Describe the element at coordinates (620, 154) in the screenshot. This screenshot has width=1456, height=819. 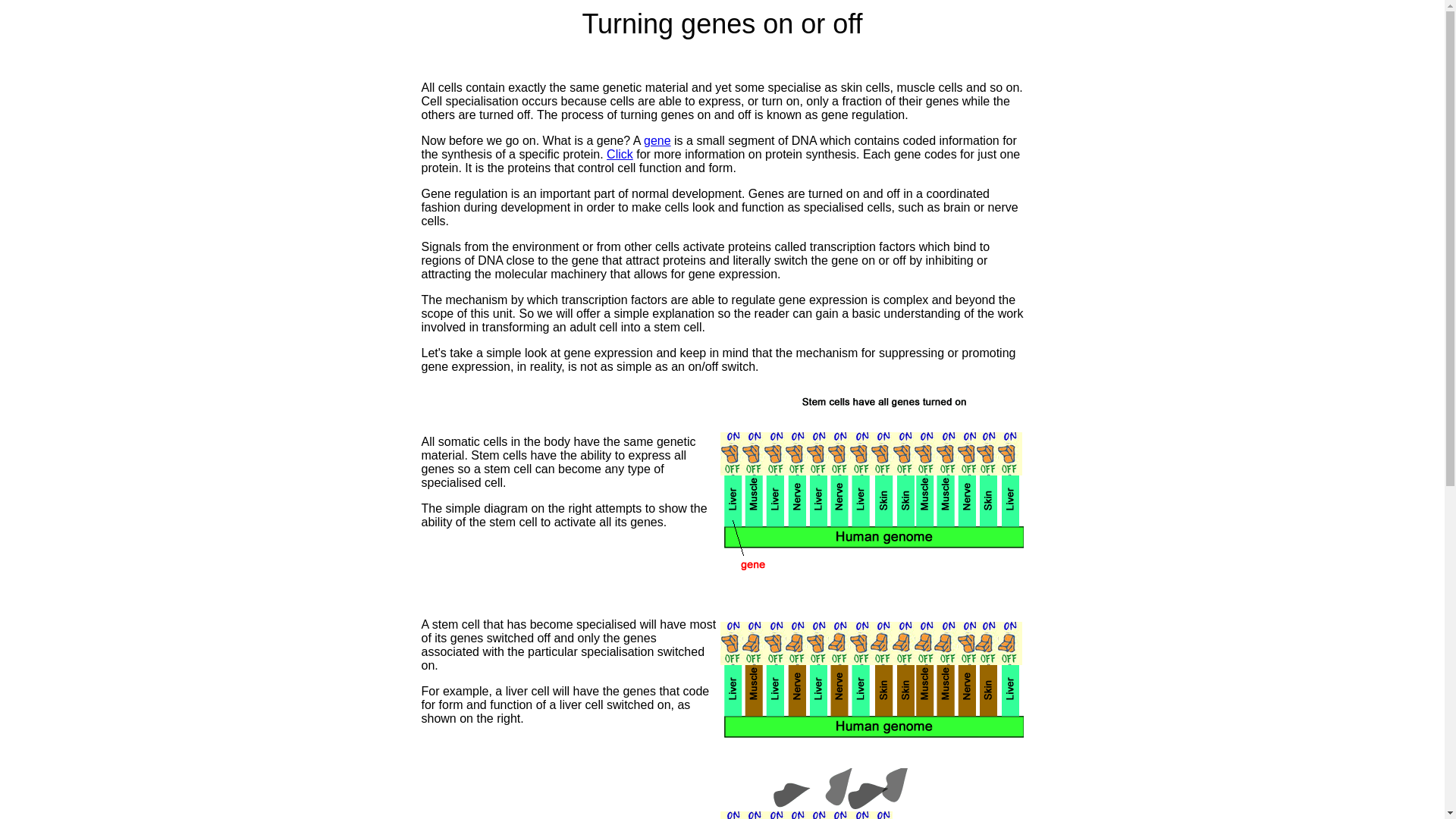
I see `'Click'` at that location.